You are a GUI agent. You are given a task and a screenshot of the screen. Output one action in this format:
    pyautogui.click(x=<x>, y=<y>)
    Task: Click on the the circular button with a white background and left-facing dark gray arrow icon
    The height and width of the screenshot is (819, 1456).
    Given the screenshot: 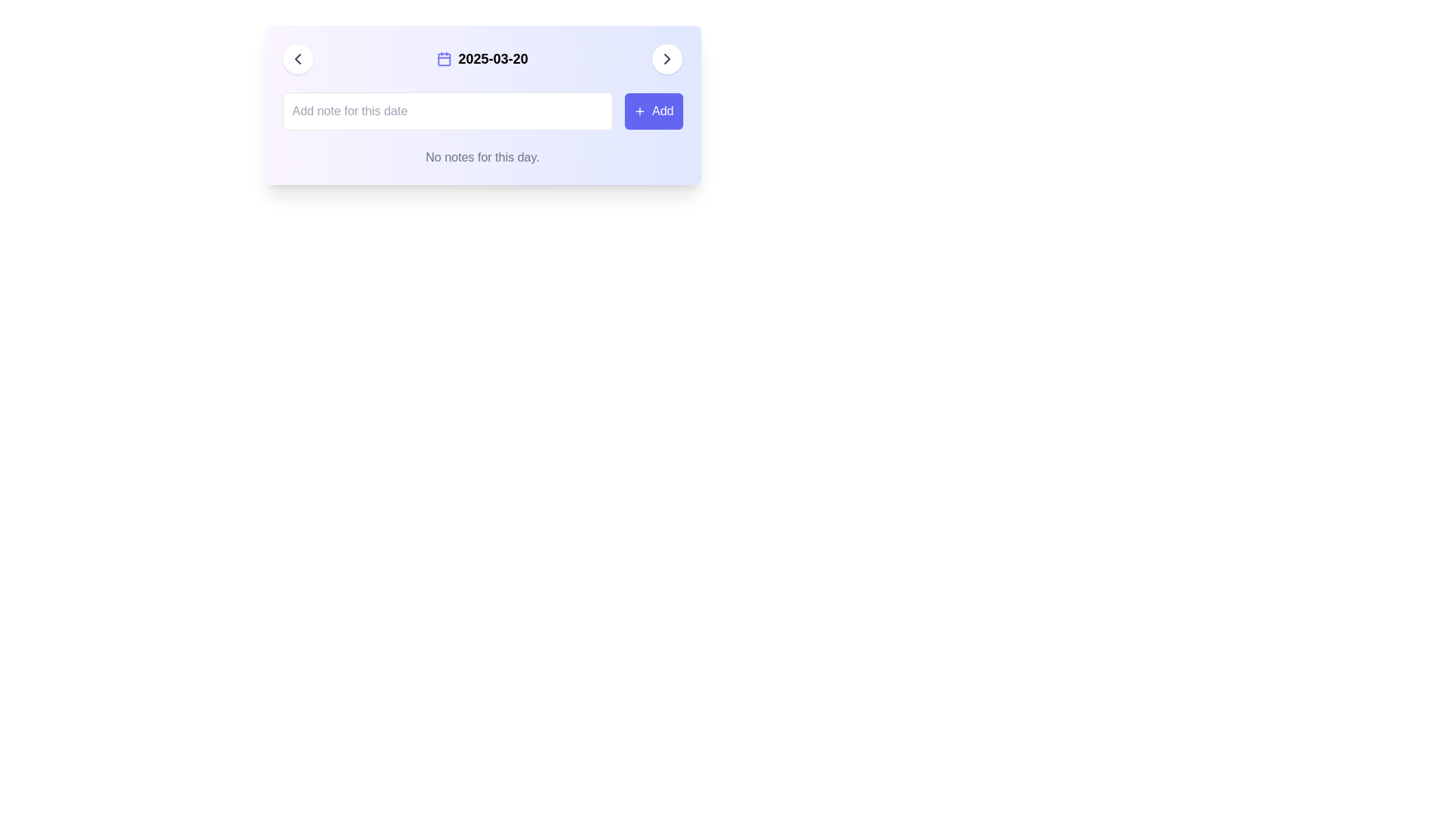 What is the action you would take?
    pyautogui.click(x=297, y=58)
    